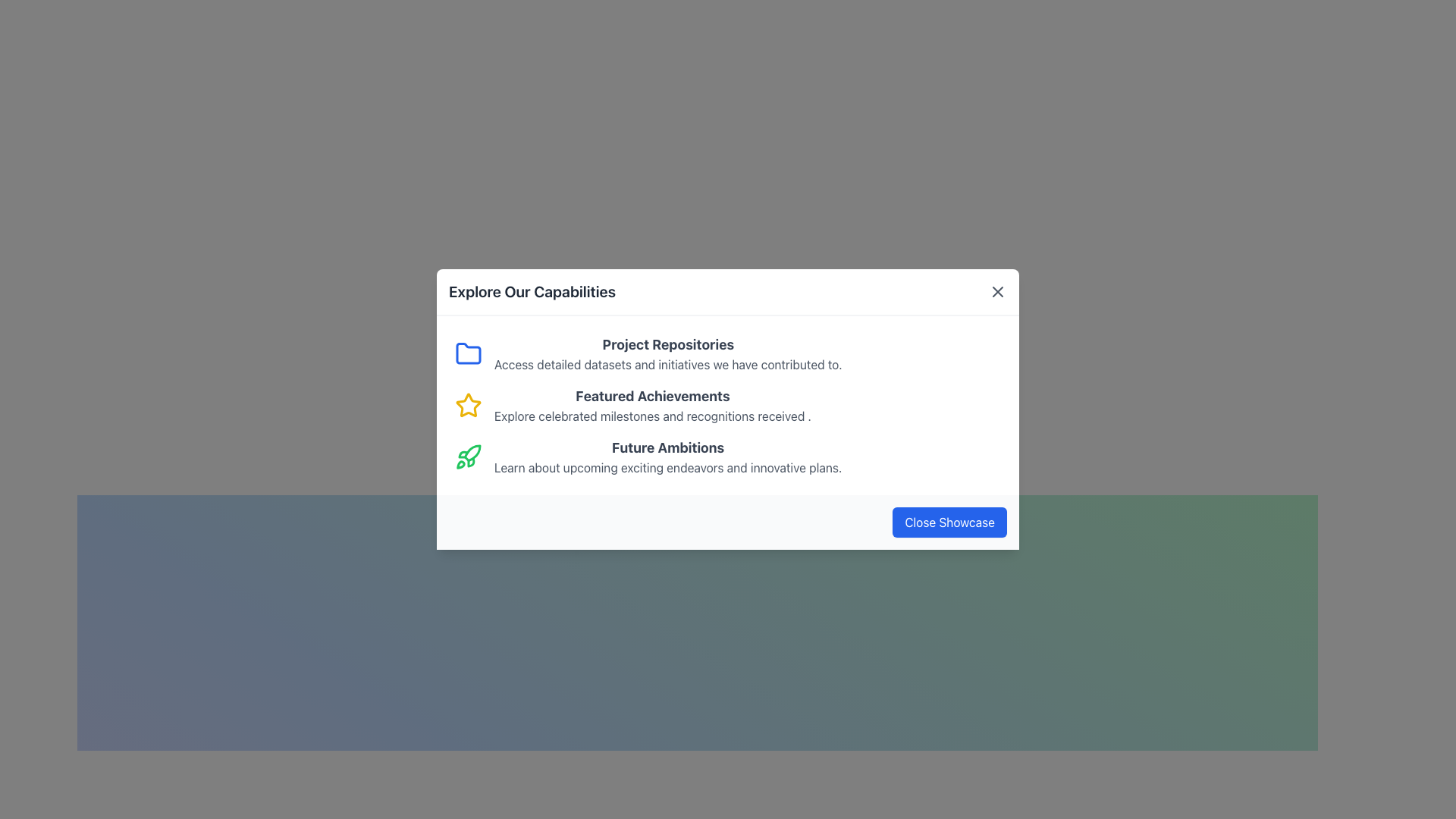 The height and width of the screenshot is (819, 1456). What do you see at coordinates (667, 467) in the screenshot?
I see `descriptive text located below the bold heading 'Future Ambitions' in the modal under 'Explore Our Capabilities'` at bounding box center [667, 467].